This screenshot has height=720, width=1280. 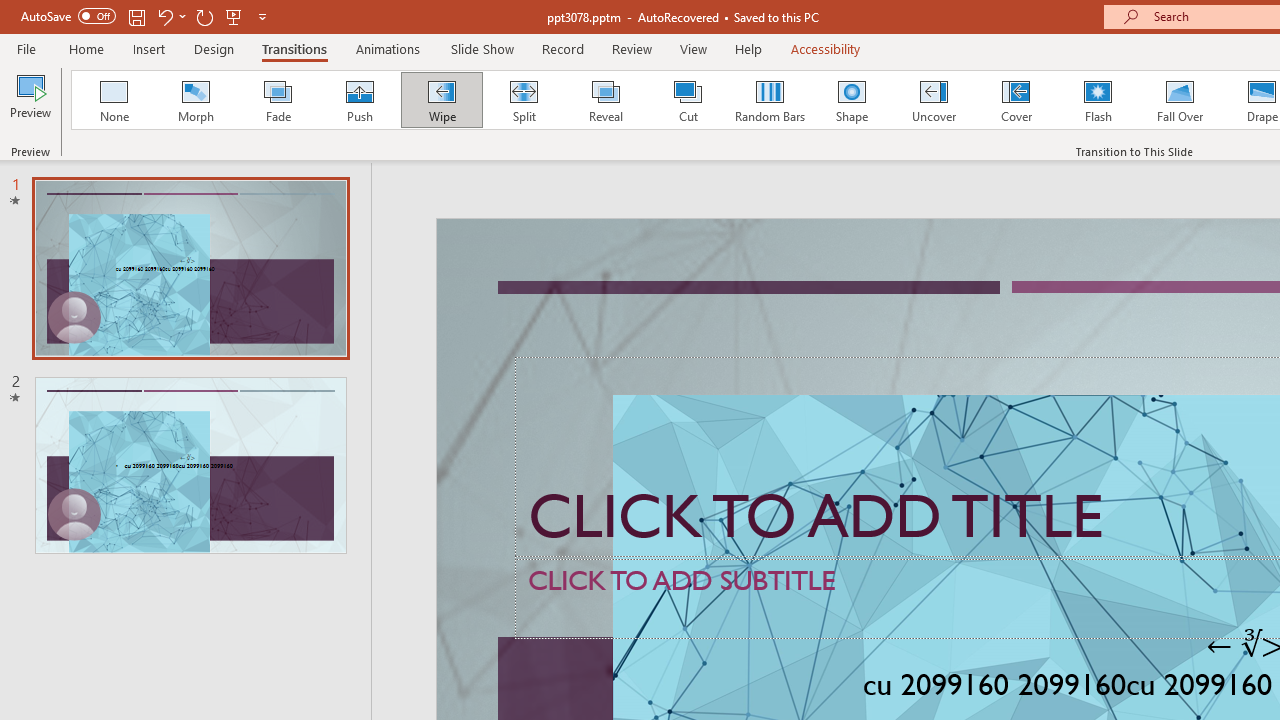 I want to click on 'Cover', so click(x=1016, y=100).